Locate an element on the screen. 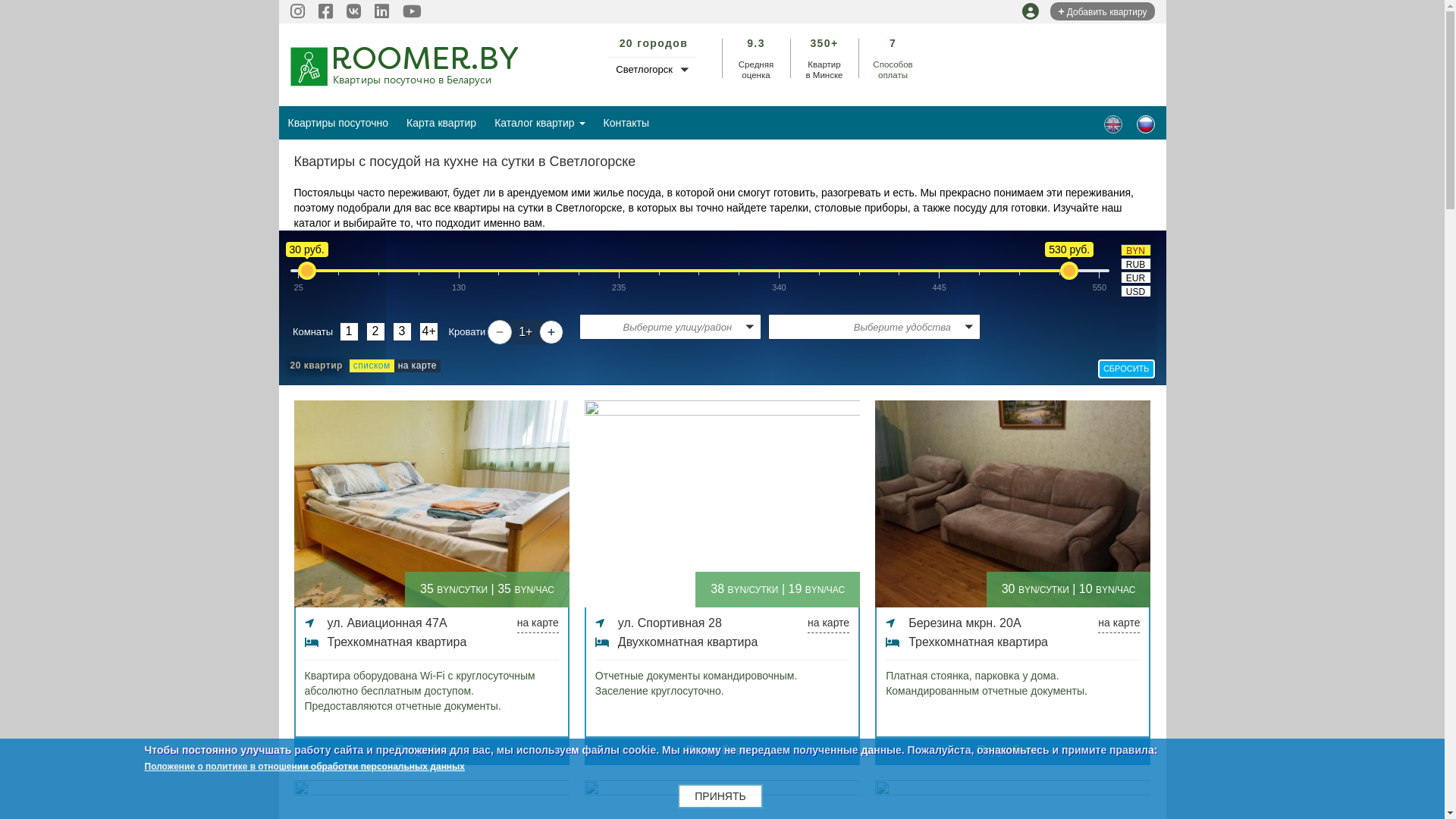 This screenshot has width=1456, height=819. 'Dishes' is located at coordinates (1113, 124).